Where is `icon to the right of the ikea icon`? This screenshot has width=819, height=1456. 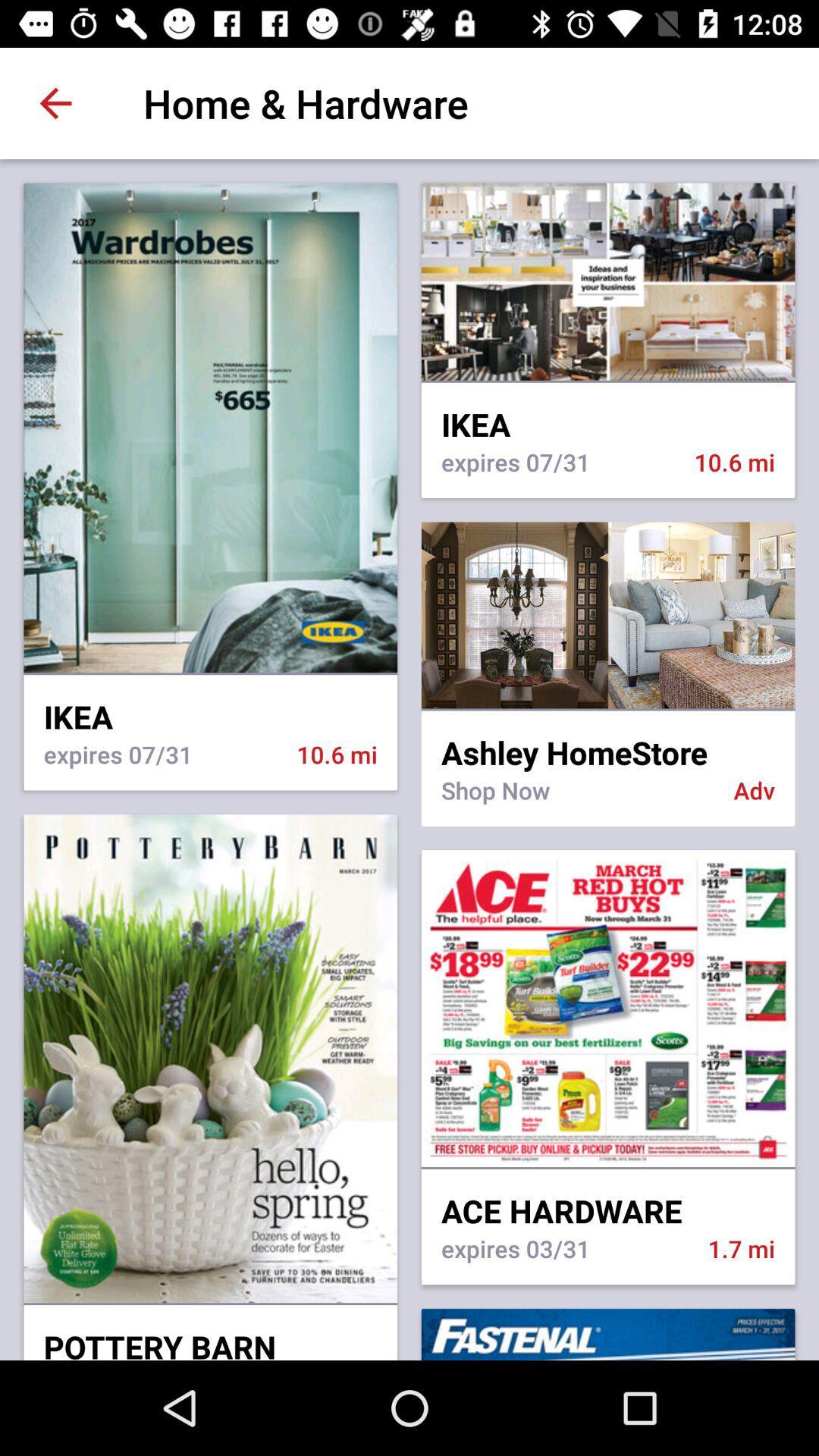 icon to the right of the ikea icon is located at coordinates (607, 742).